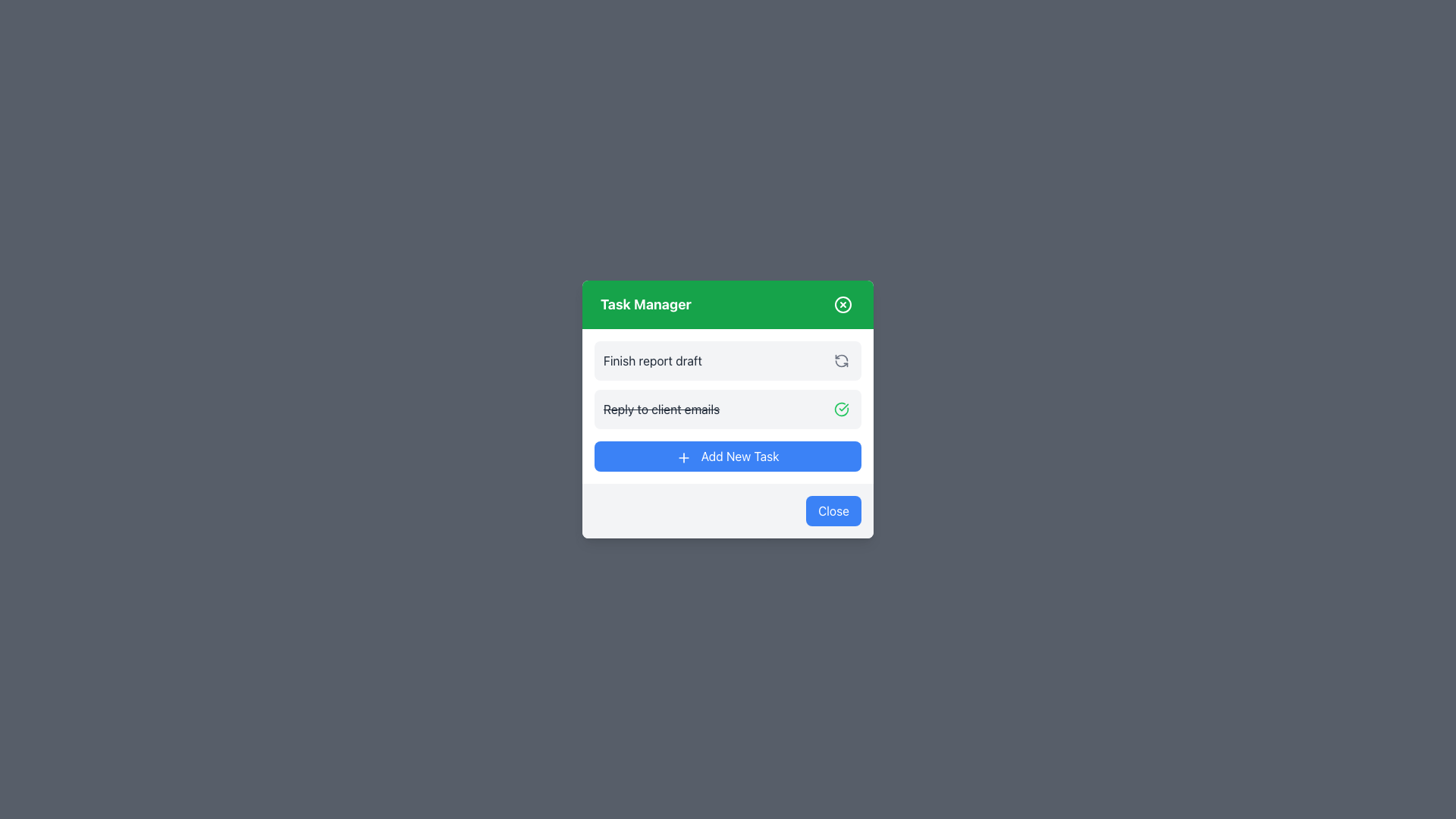  I want to click on the completed task list item, so click(728, 409).